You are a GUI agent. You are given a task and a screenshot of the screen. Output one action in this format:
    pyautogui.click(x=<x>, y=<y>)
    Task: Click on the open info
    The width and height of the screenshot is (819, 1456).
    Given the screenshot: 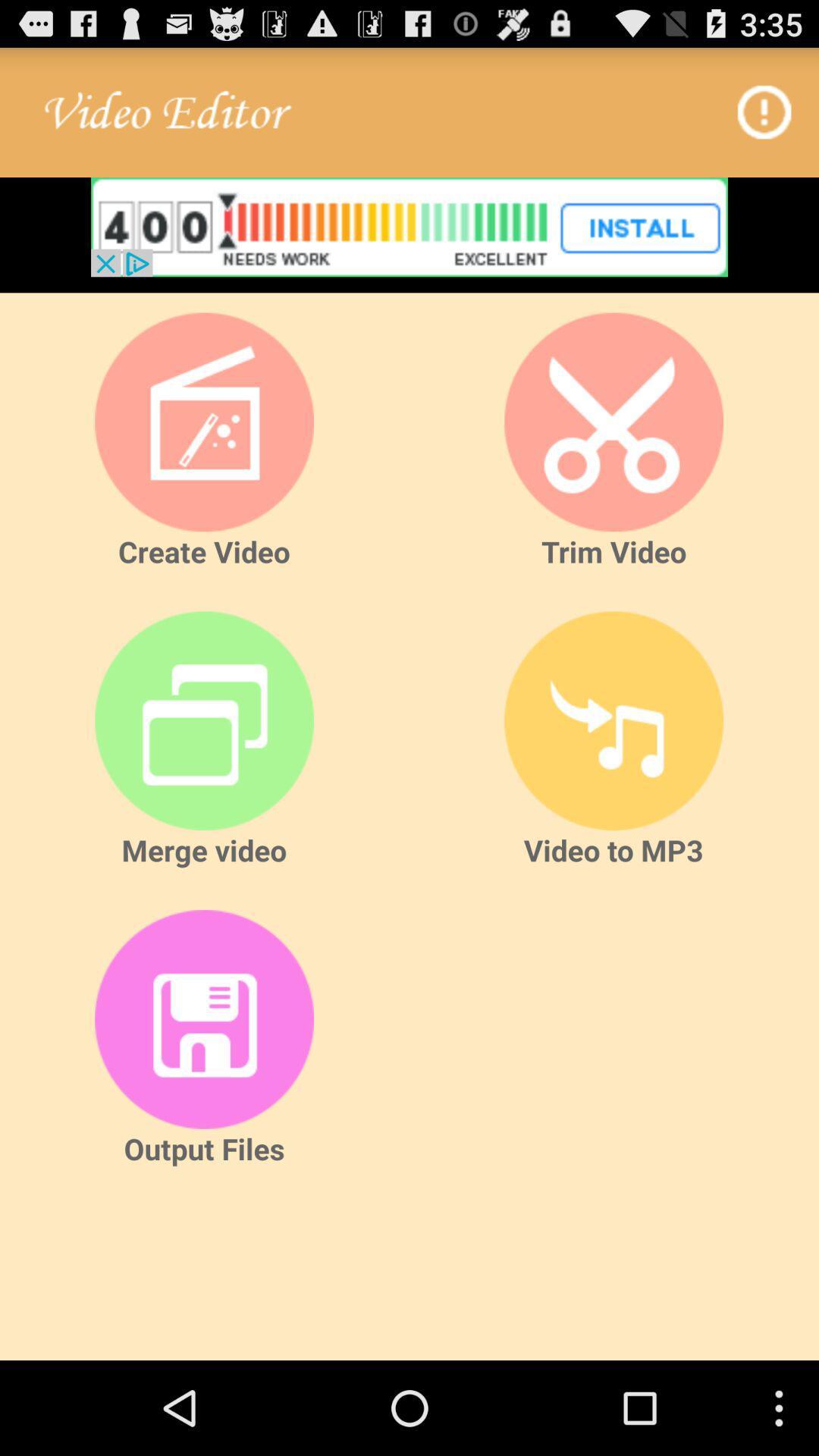 What is the action you would take?
    pyautogui.click(x=765, y=111)
    